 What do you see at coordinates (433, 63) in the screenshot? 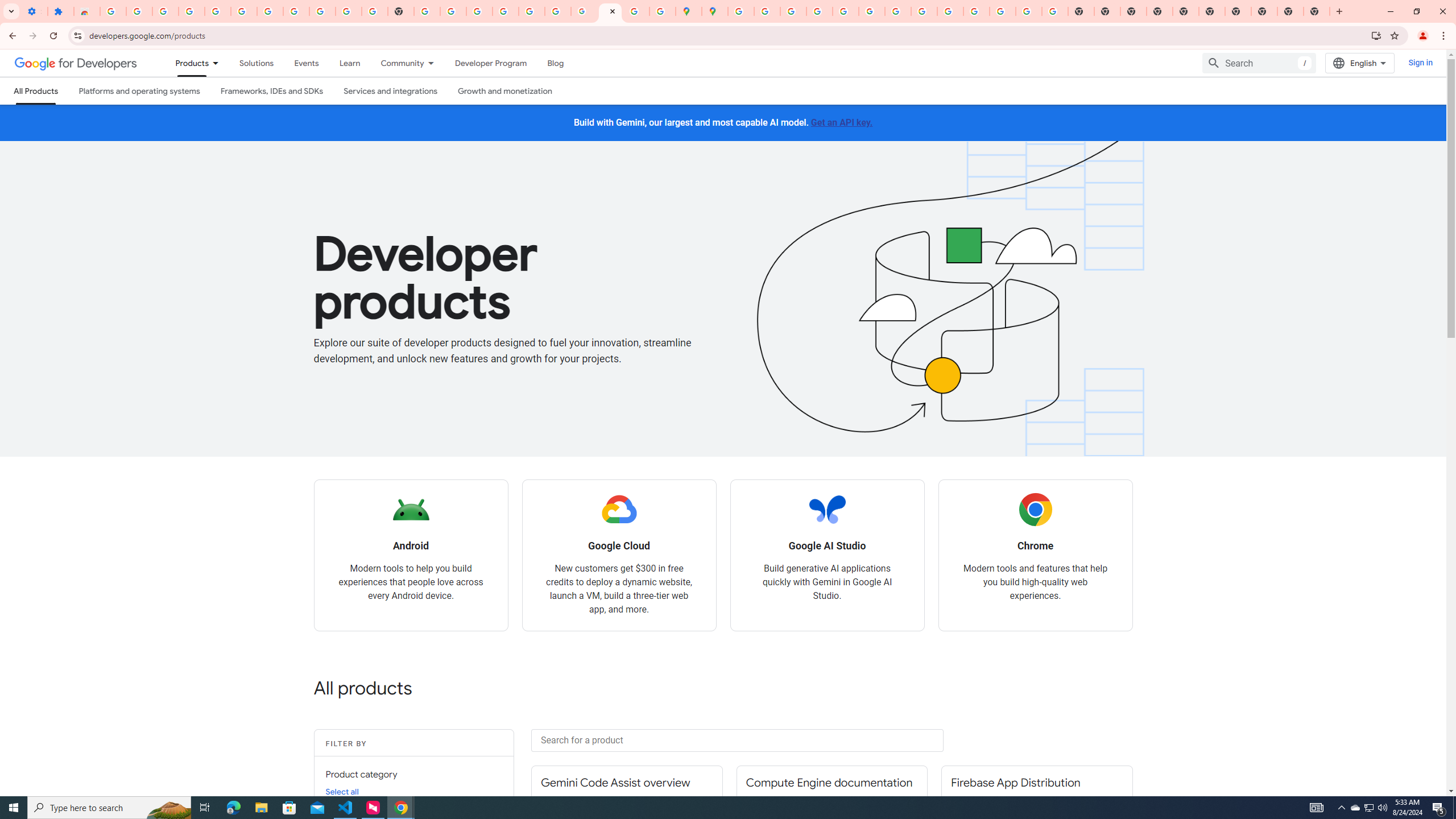
I see `'Dropdown menu for Community'` at bounding box center [433, 63].